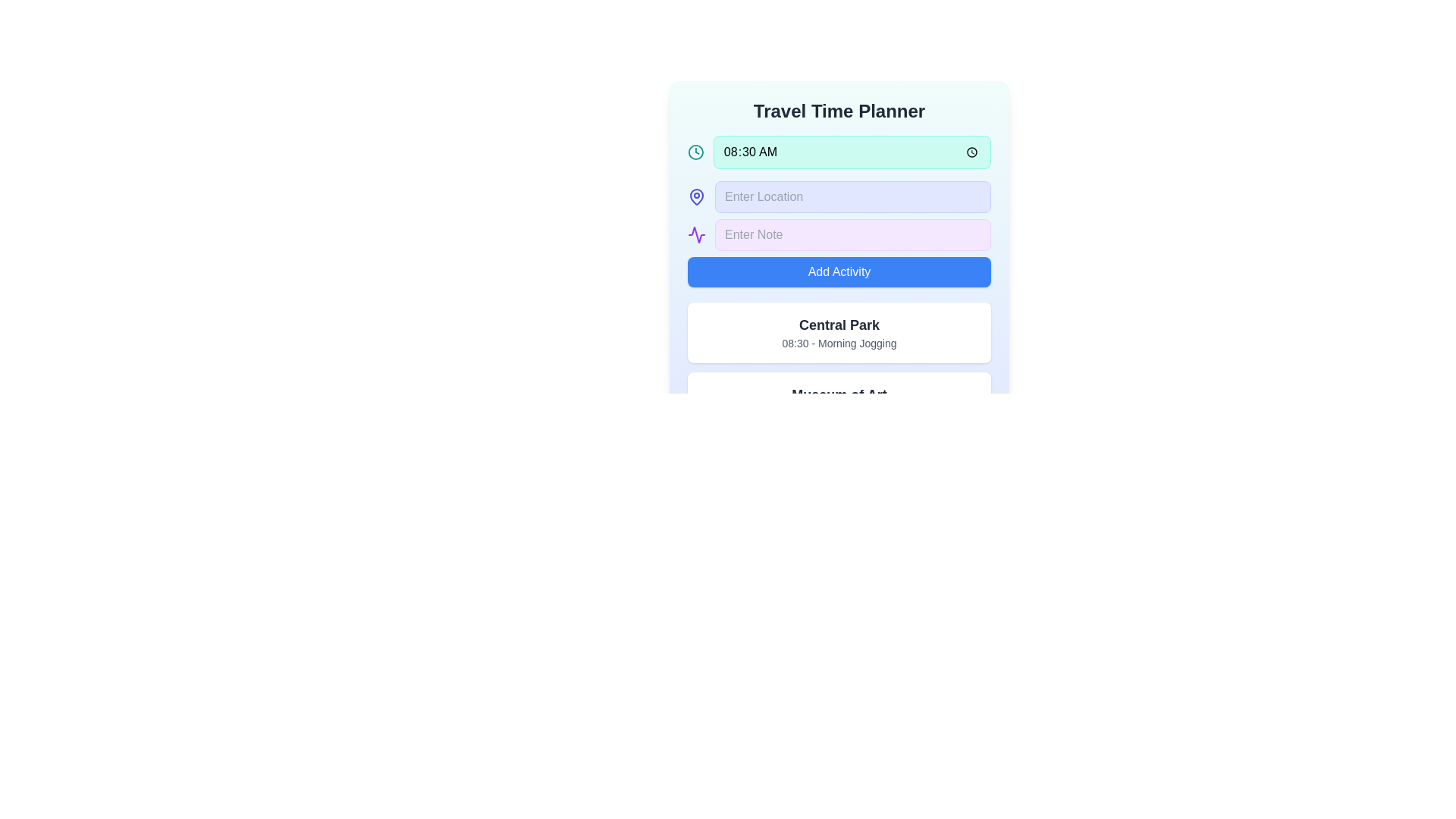 This screenshot has height=819, width=1456. What do you see at coordinates (839, 394) in the screenshot?
I see `the title text element displaying 'Museum of Art'` at bounding box center [839, 394].